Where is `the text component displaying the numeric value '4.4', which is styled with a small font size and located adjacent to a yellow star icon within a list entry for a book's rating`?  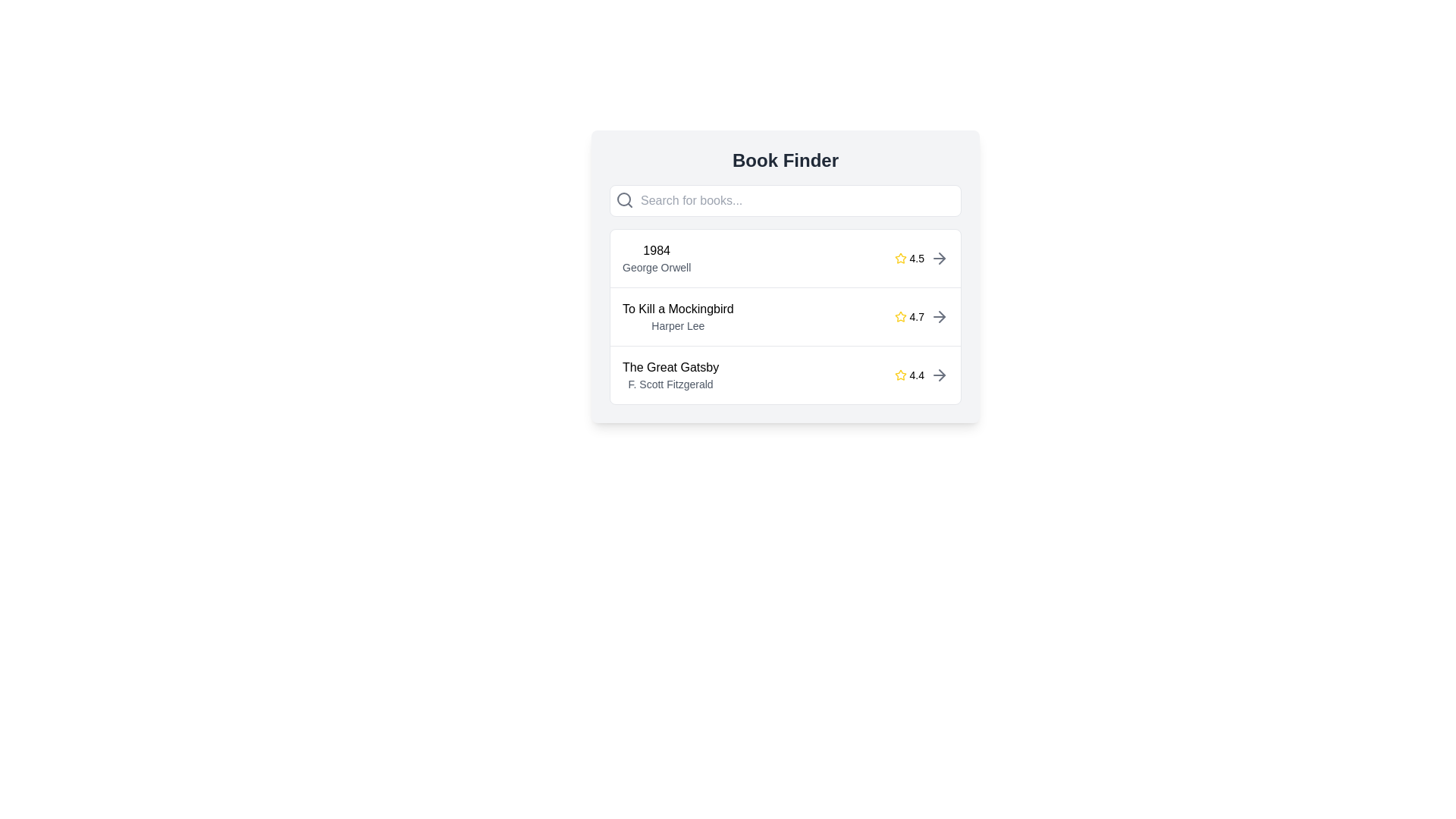 the text component displaying the numeric value '4.4', which is styled with a small font size and located adjacent to a yellow star icon within a list entry for a book's rating is located at coordinates (916, 375).